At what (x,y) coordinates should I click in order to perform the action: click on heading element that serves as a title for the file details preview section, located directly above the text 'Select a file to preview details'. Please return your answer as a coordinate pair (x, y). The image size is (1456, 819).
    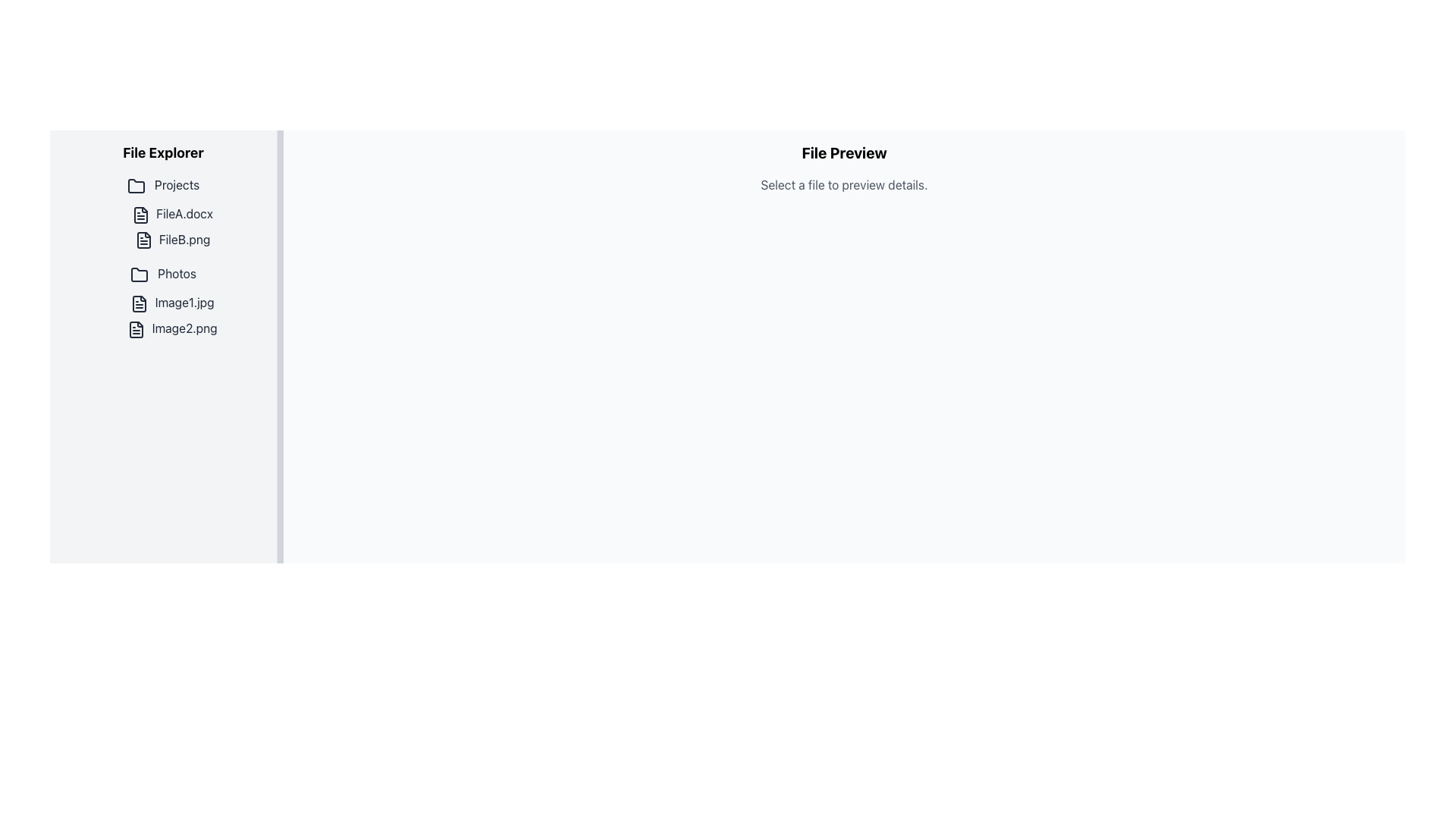
    Looking at the image, I should click on (843, 152).